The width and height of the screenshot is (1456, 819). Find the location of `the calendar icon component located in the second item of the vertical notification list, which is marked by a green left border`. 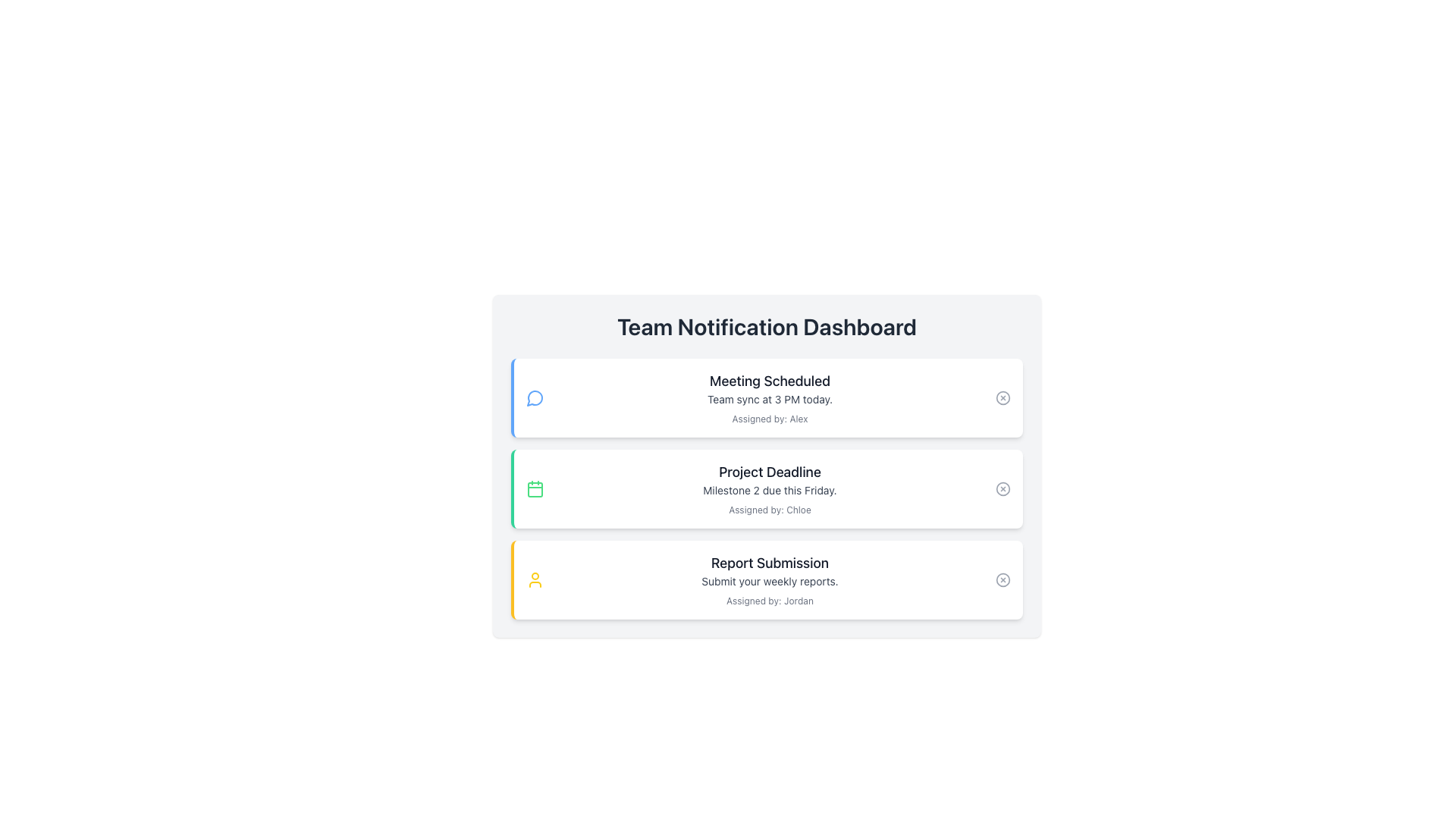

the calendar icon component located in the second item of the vertical notification list, which is marked by a green left border is located at coordinates (535, 489).